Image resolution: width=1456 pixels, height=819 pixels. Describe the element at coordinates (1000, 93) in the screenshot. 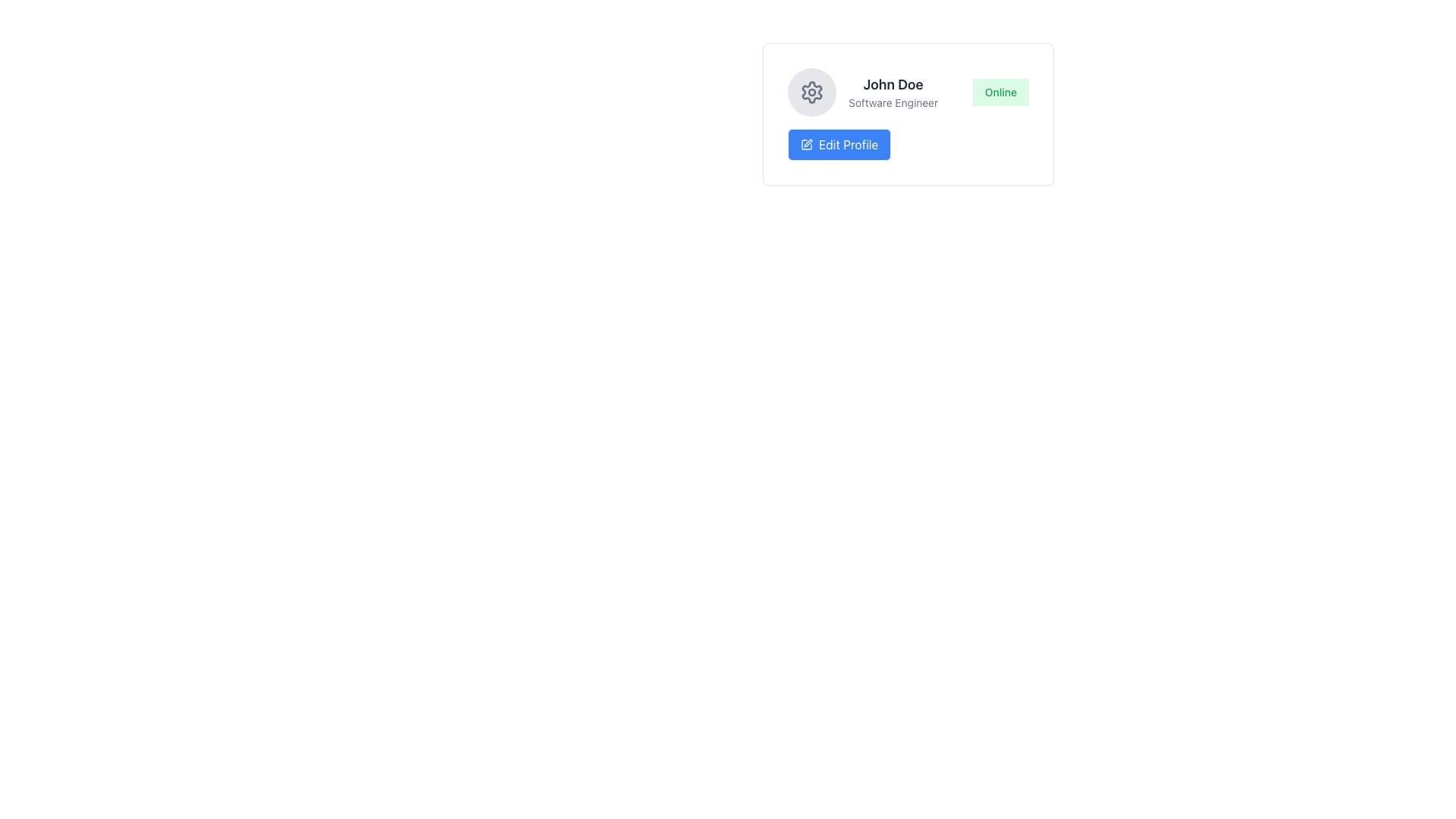

I see `the status indicator button located in the top-right corner of the profile card` at that location.